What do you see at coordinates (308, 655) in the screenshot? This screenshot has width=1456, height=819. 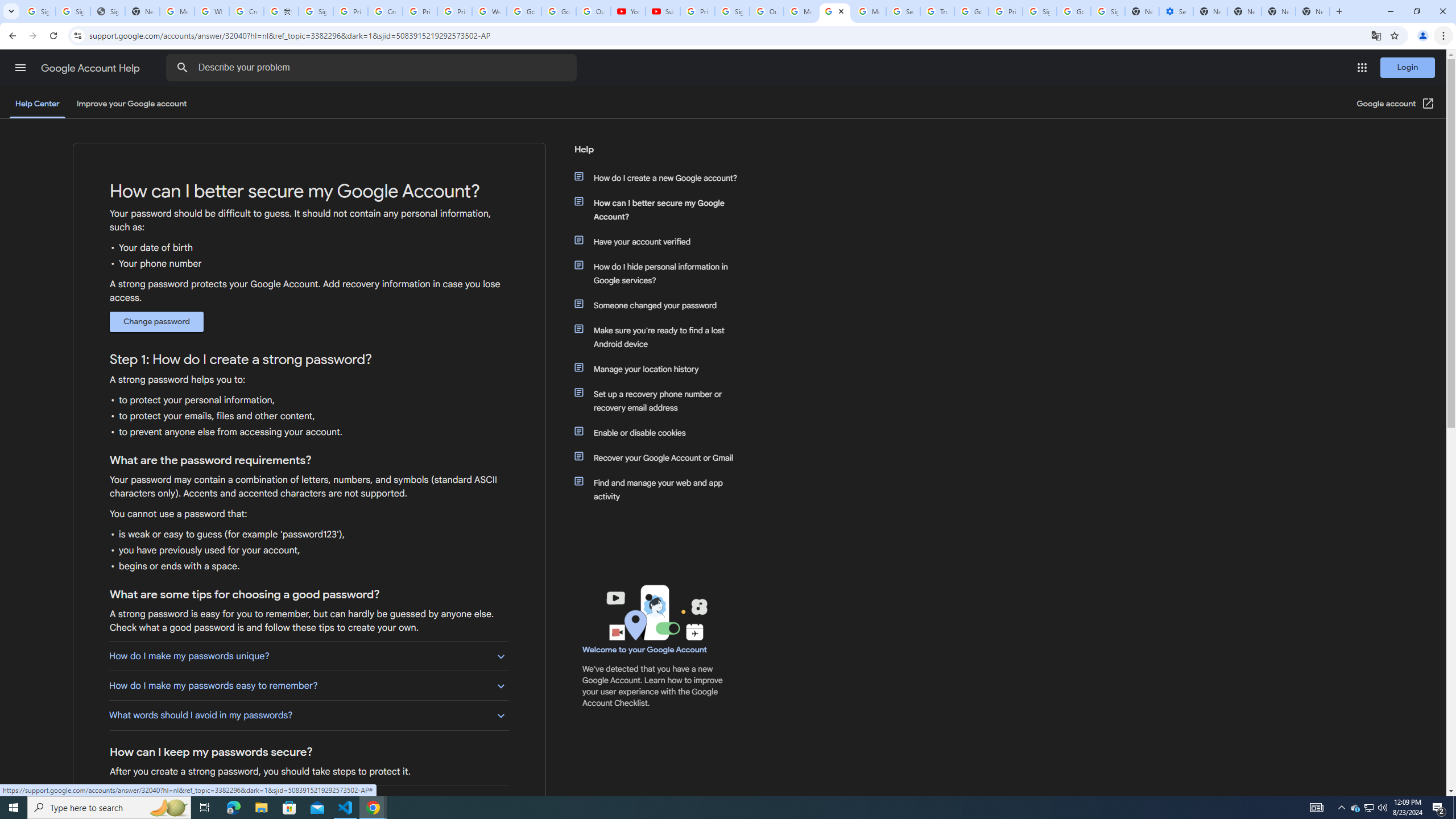 I see `'How do I make my passwords unique?'` at bounding box center [308, 655].